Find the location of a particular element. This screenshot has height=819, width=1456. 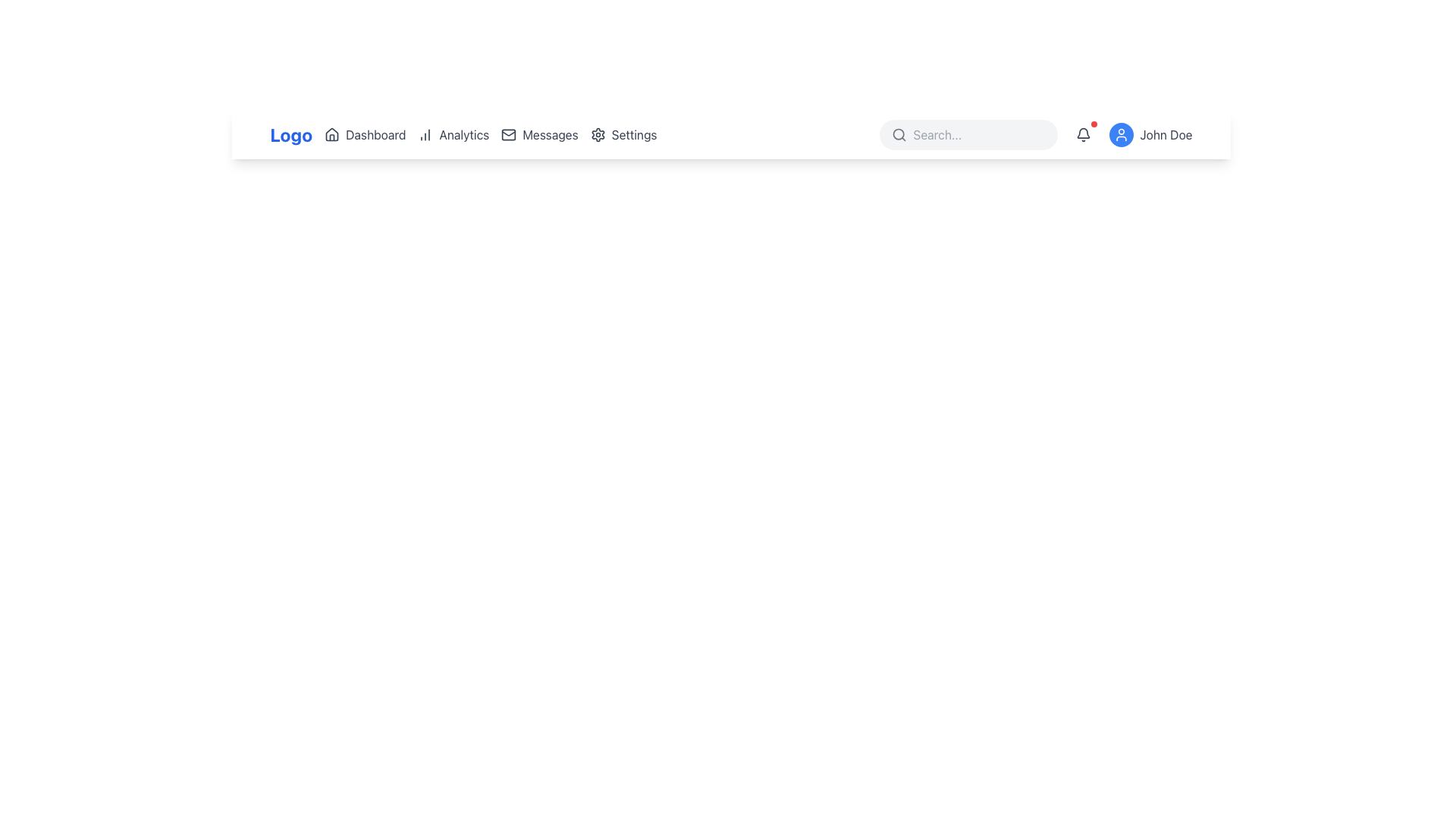

the 'Messages' text label in the navigation bar, which is displayed in bold, dark-gray font, located between 'Analytics' and the 'Settings' gear icon is located at coordinates (549, 133).